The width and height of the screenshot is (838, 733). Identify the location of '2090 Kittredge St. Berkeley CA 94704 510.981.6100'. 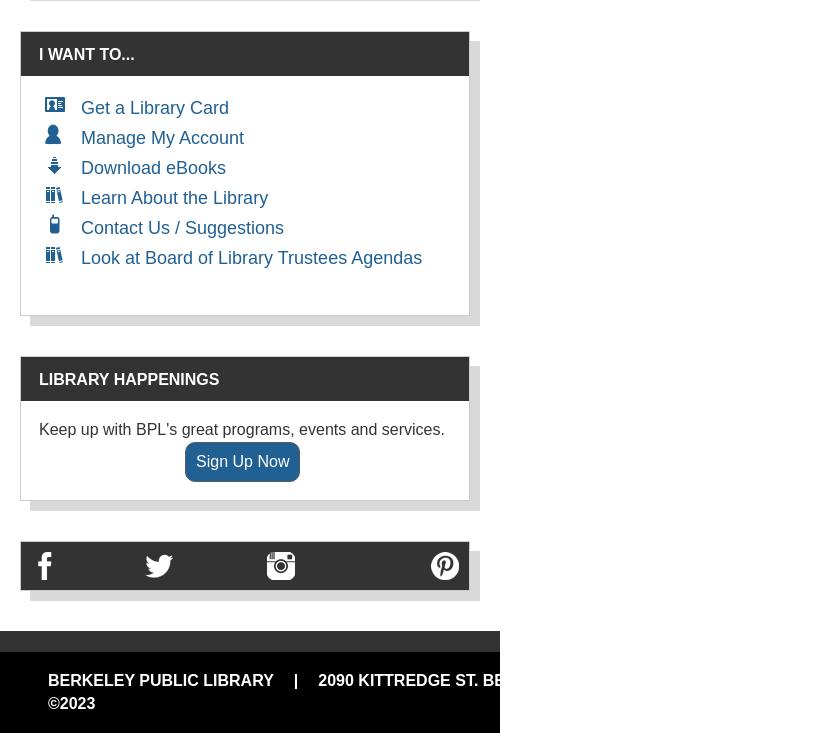
(317, 680).